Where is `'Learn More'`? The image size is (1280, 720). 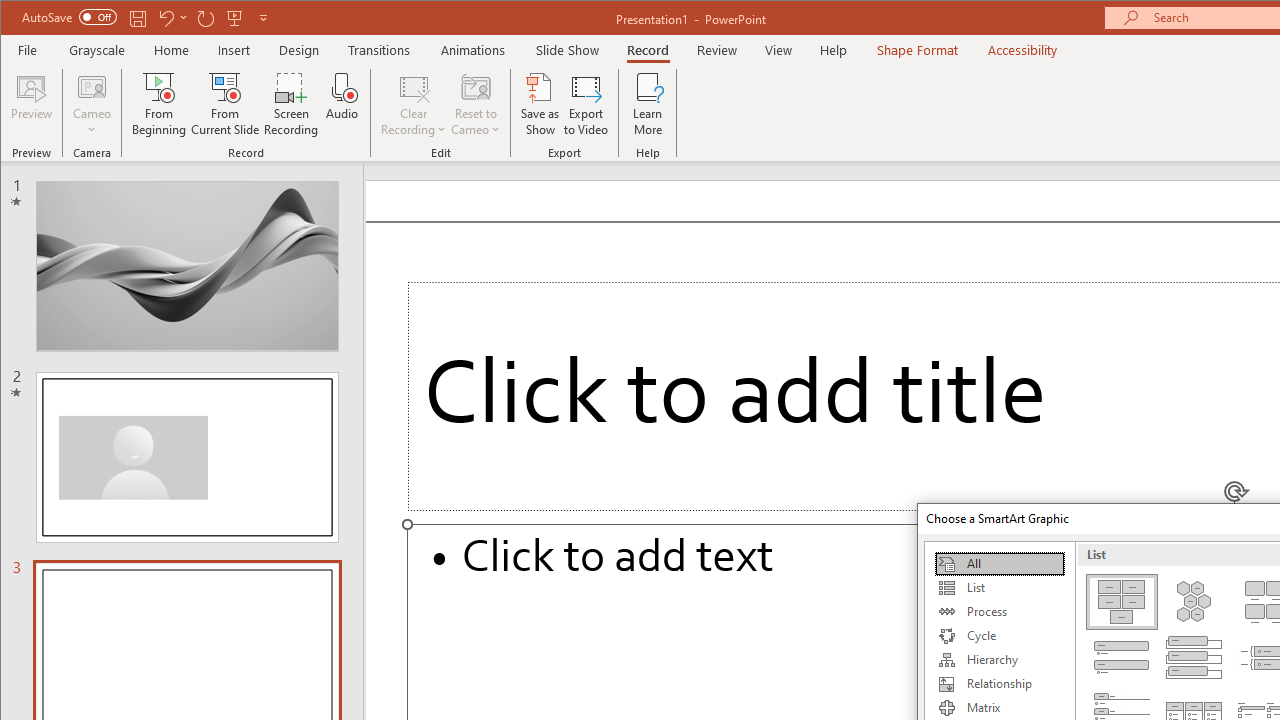
'Learn More' is located at coordinates (648, 104).